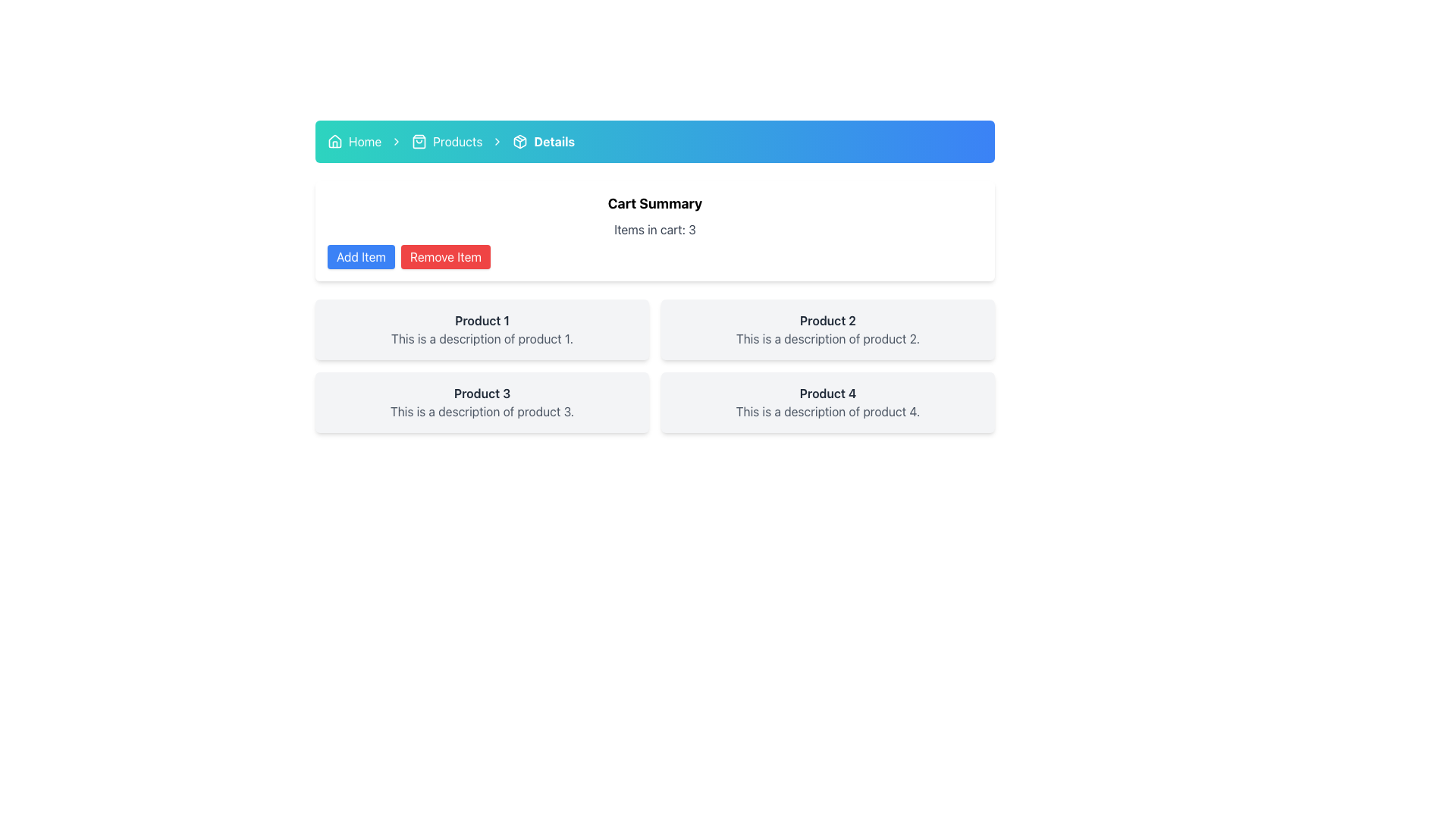 Image resolution: width=1456 pixels, height=819 pixels. What do you see at coordinates (397, 141) in the screenshot?
I see `the second right-facing chevron SVG icon in the breadcrumb navigation bar` at bounding box center [397, 141].